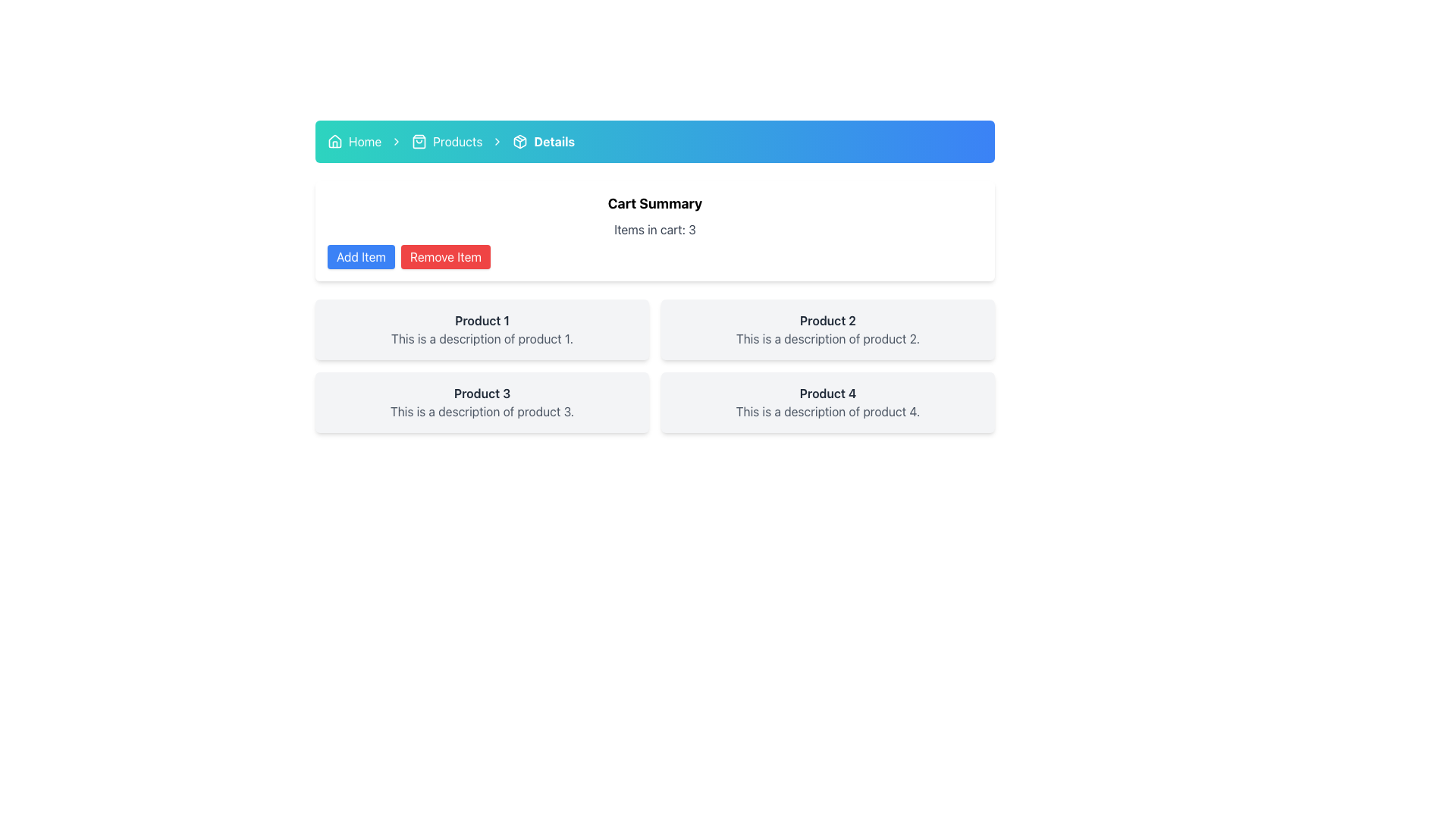 Image resolution: width=1456 pixels, height=819 pixels. What do you see at coordinates (397, 141) in the screenshot?
I see `the second right-facing chevron SVG icon in the breadcrumb navigation bar` at bounding box center [397, 141].